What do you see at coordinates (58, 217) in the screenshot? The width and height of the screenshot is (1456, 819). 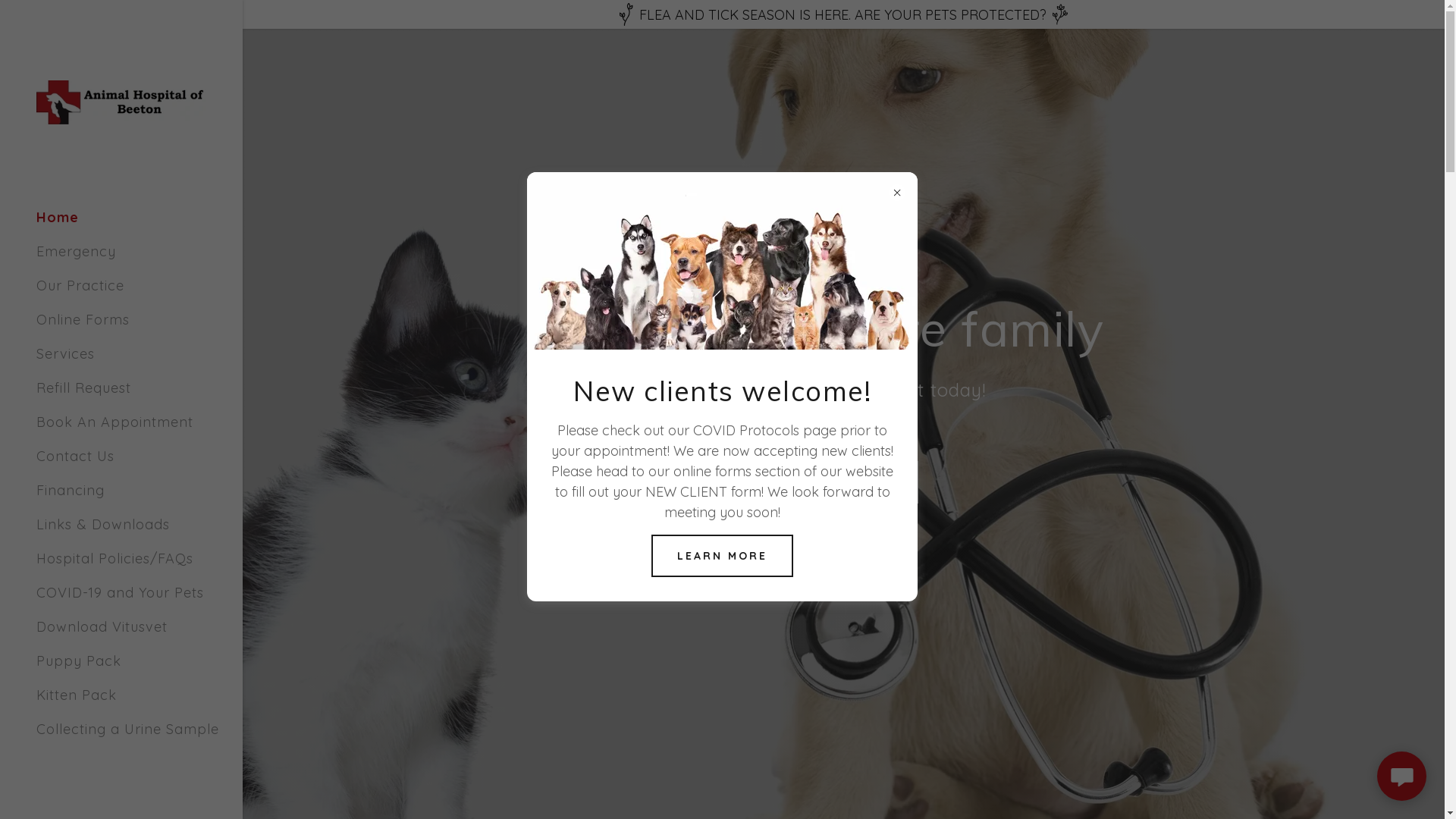 I see `'Home'` at bounding box center [58, 217].